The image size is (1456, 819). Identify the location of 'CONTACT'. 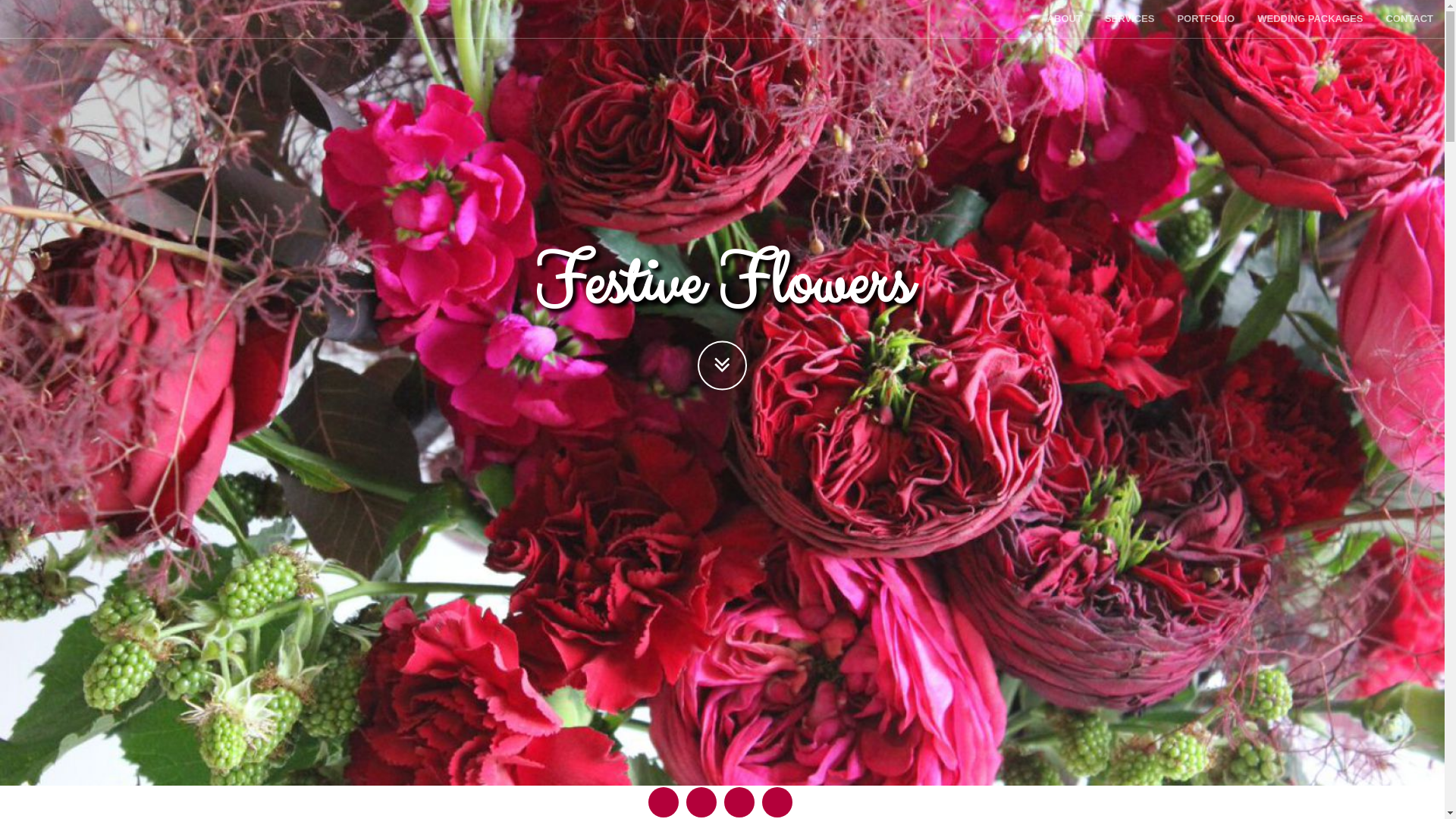
(1373, 18).